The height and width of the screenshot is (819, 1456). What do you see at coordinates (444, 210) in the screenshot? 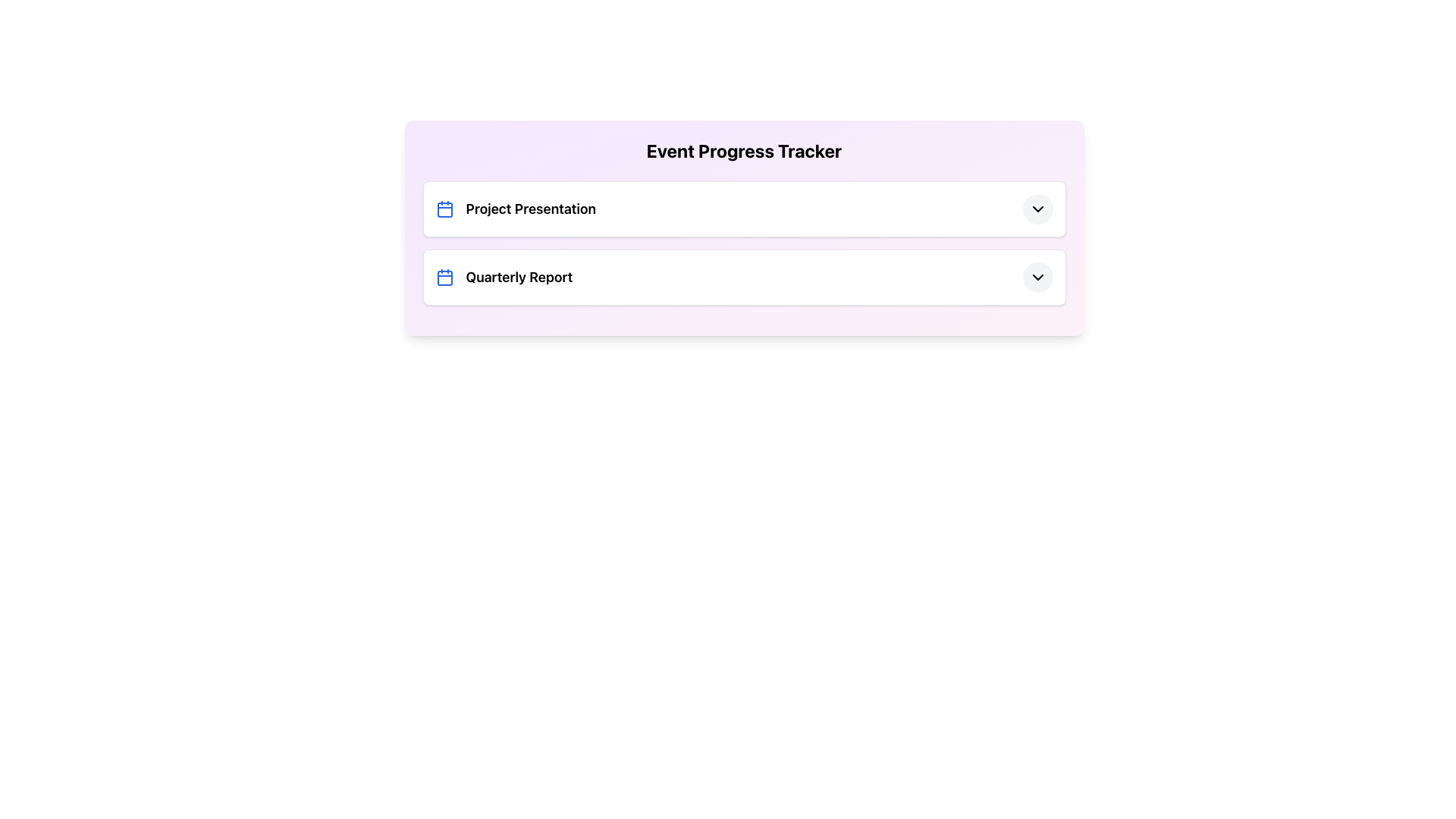
I see `the graphical icon element that is a subcomponent of the blue calendar icon located to the left of the text 'Project Presentation'` at bounding box center [444, 210].